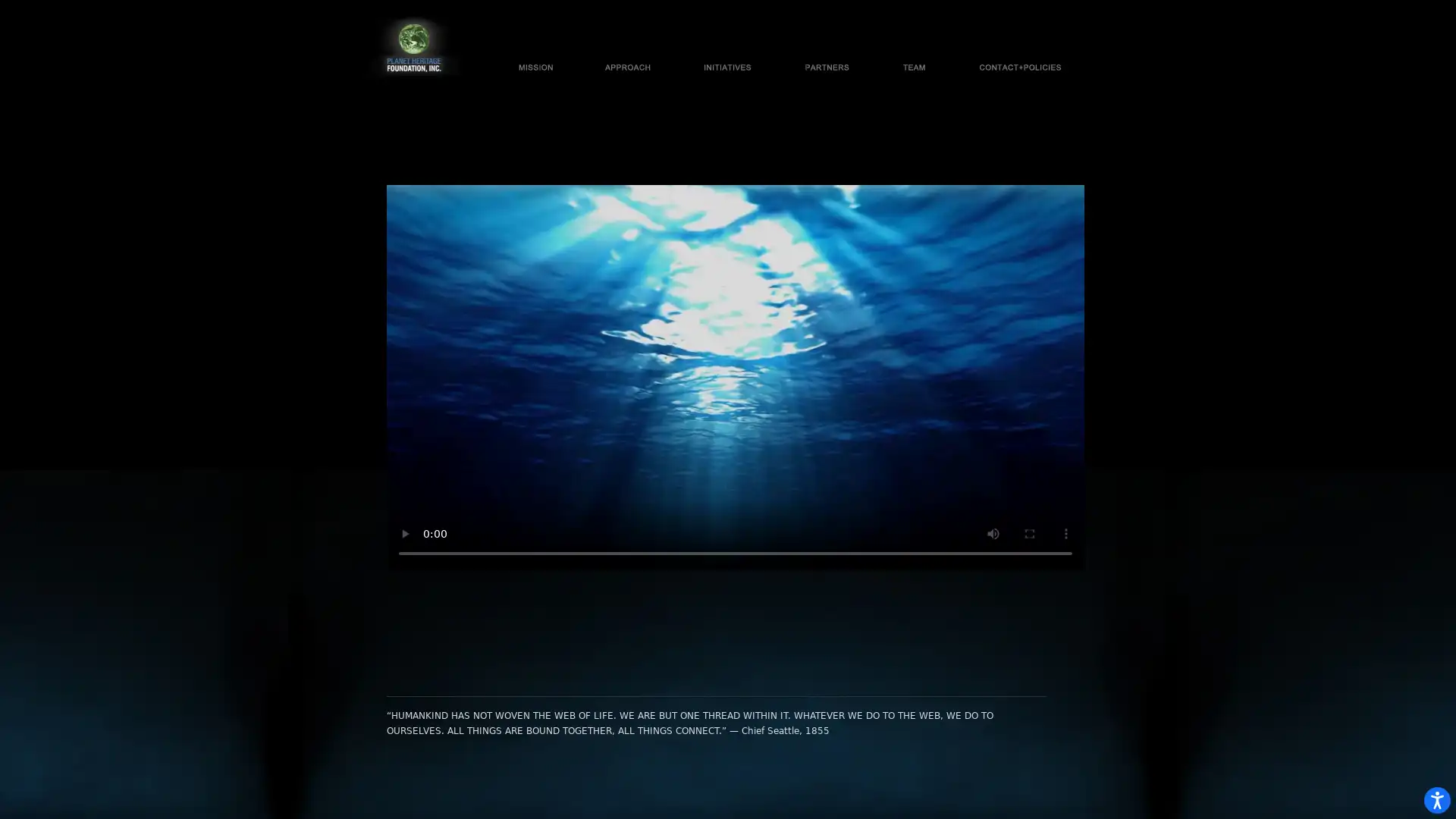 This screenshot has height=819, width=1456. I want to click on show more media controls, so click(1065, 532).